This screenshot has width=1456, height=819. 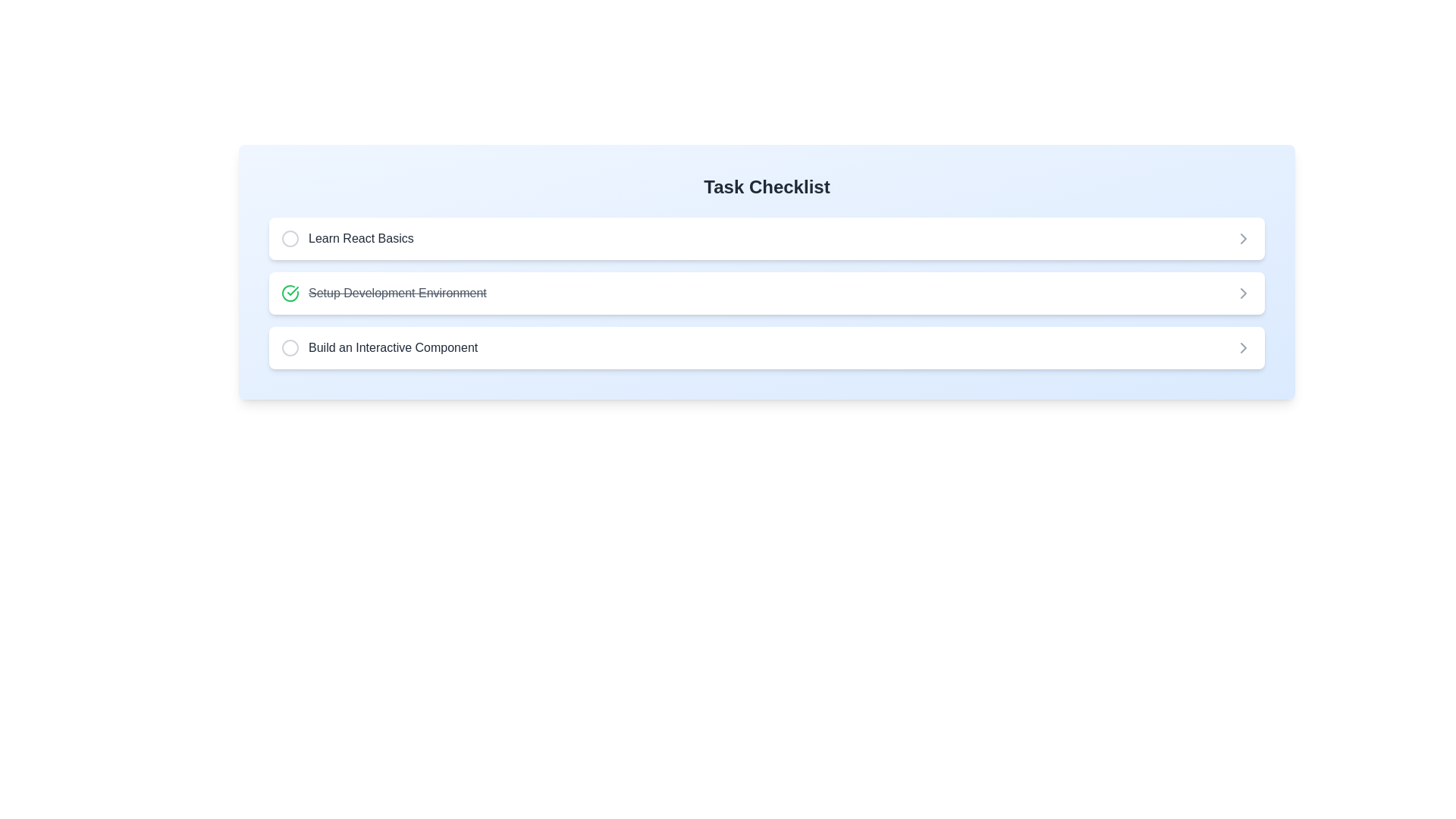 What do you see at coordinates (384, 293) in the screenshot?
I see `the text label 'Setup Development Environment' with a line-through style, which indicates a completed task, and is preceded by a green checkmark icon, located in the middle of the checklist` at bounding box center [384, 293].